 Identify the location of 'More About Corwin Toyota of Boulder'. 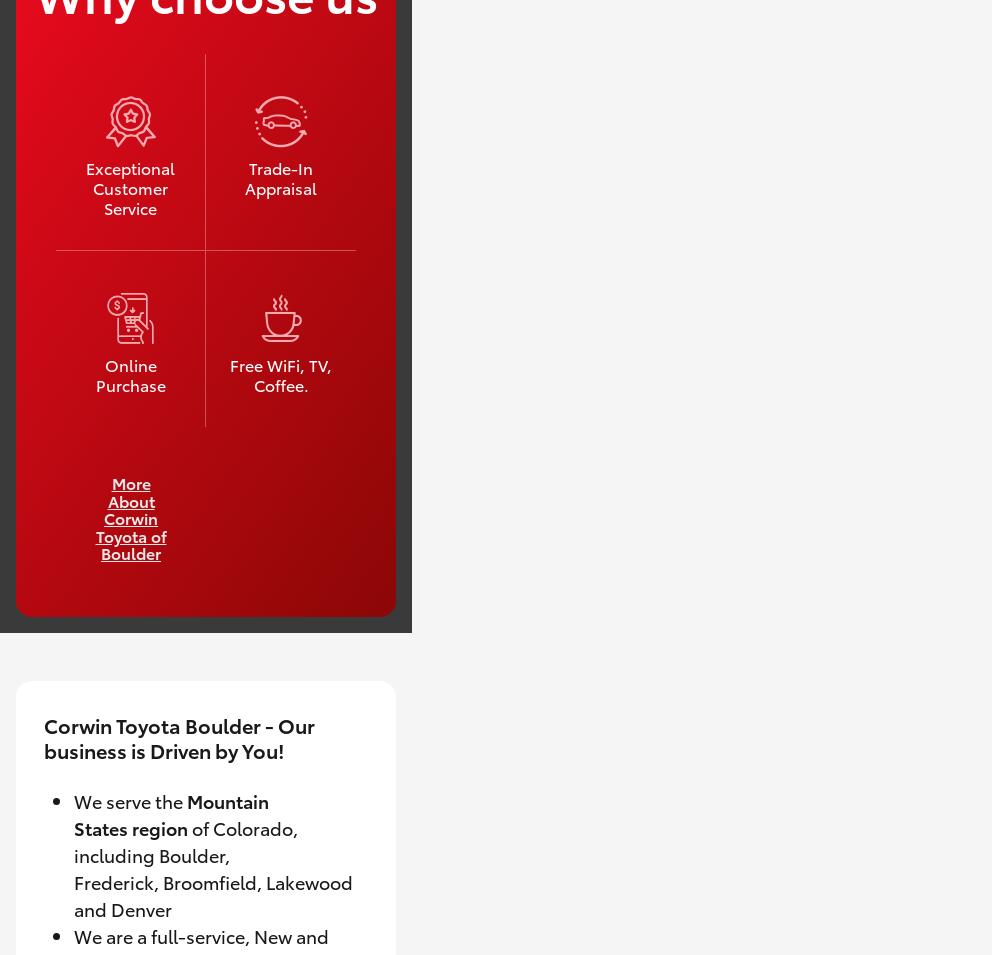
(130, 517).